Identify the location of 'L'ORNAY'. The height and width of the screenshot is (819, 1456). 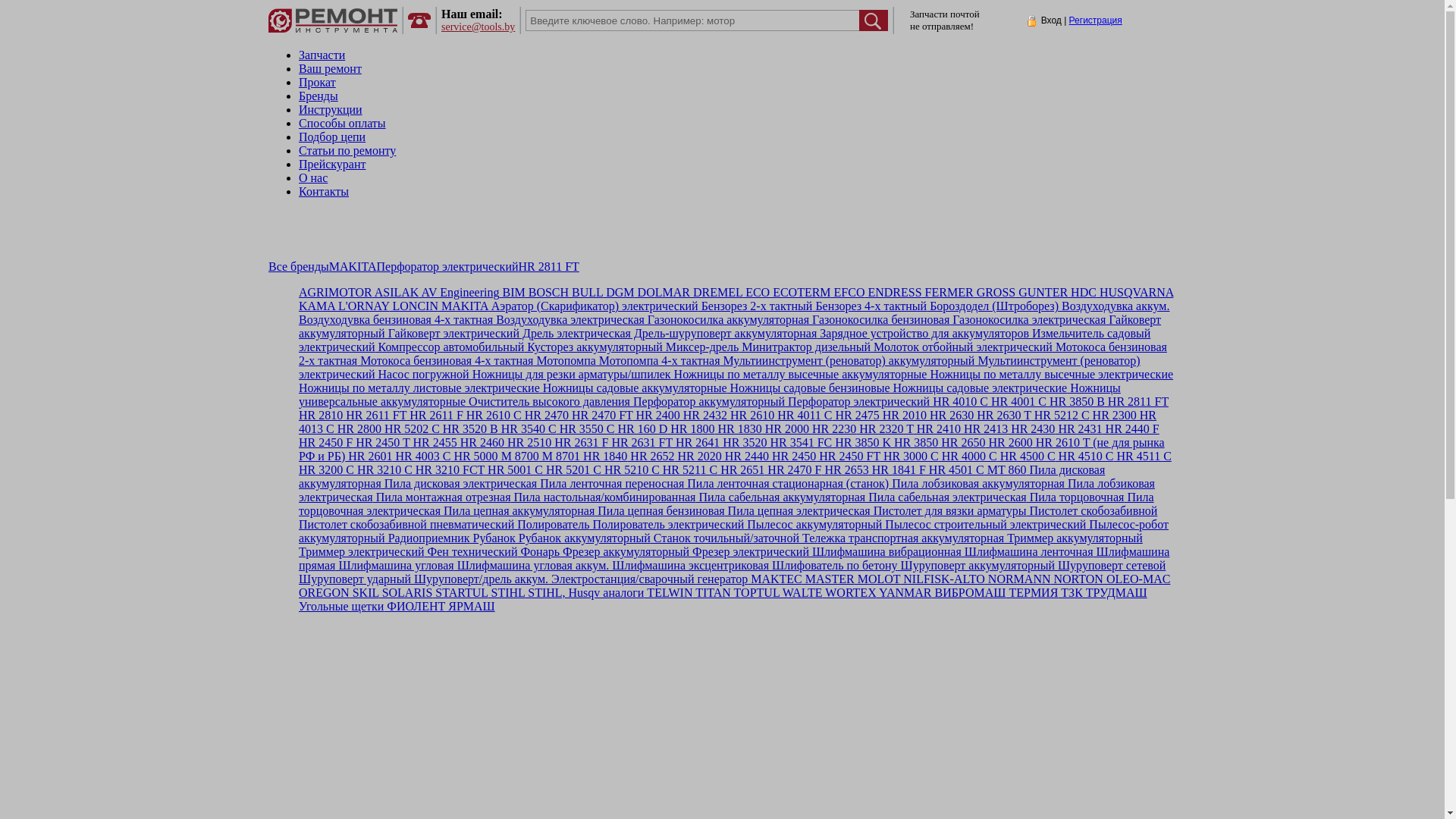
(334, 306).